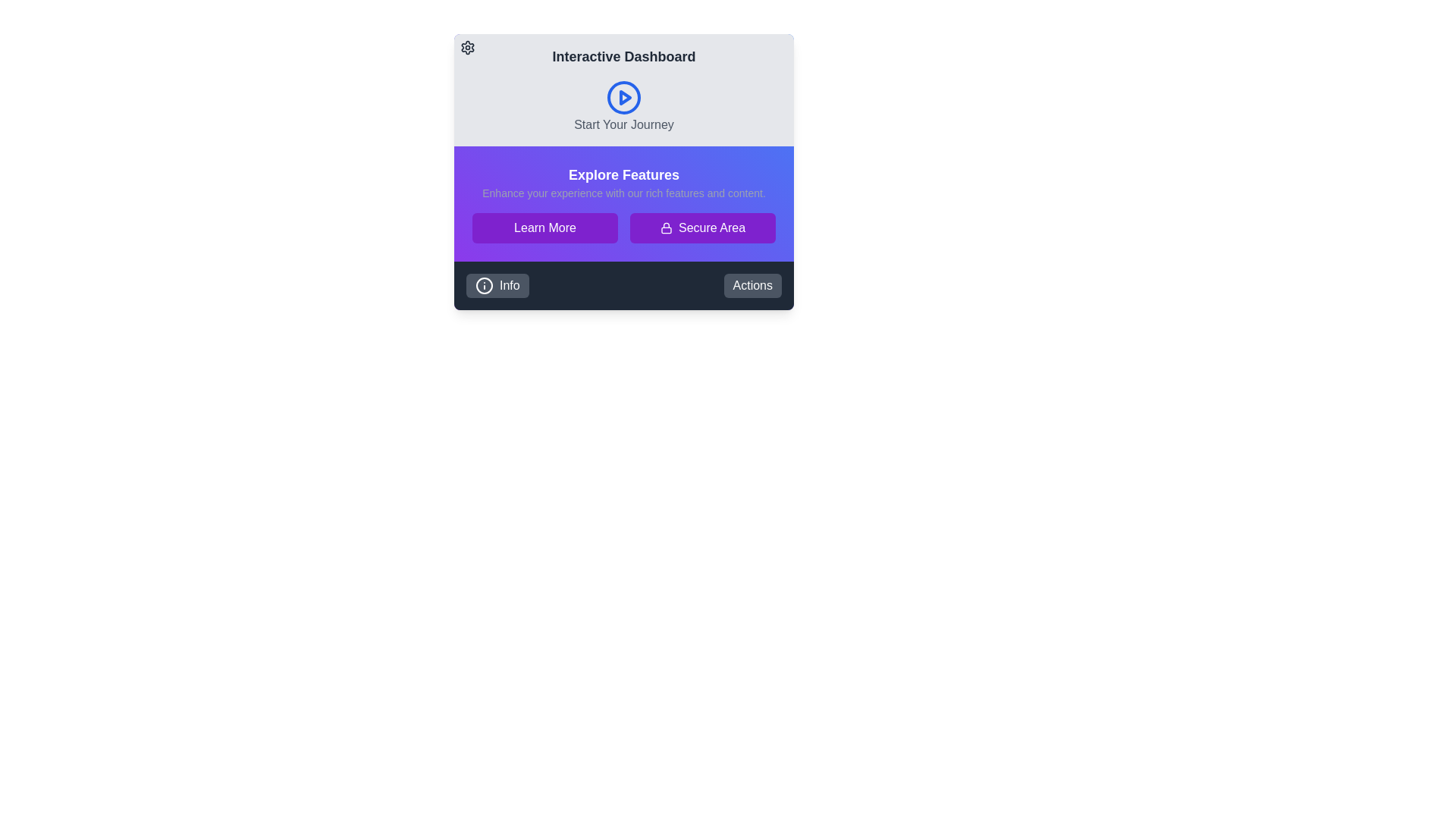  I want to click on informational text label located beneath the blue play button, centered in the gray panel at the top of the interface, so click(623, 124).